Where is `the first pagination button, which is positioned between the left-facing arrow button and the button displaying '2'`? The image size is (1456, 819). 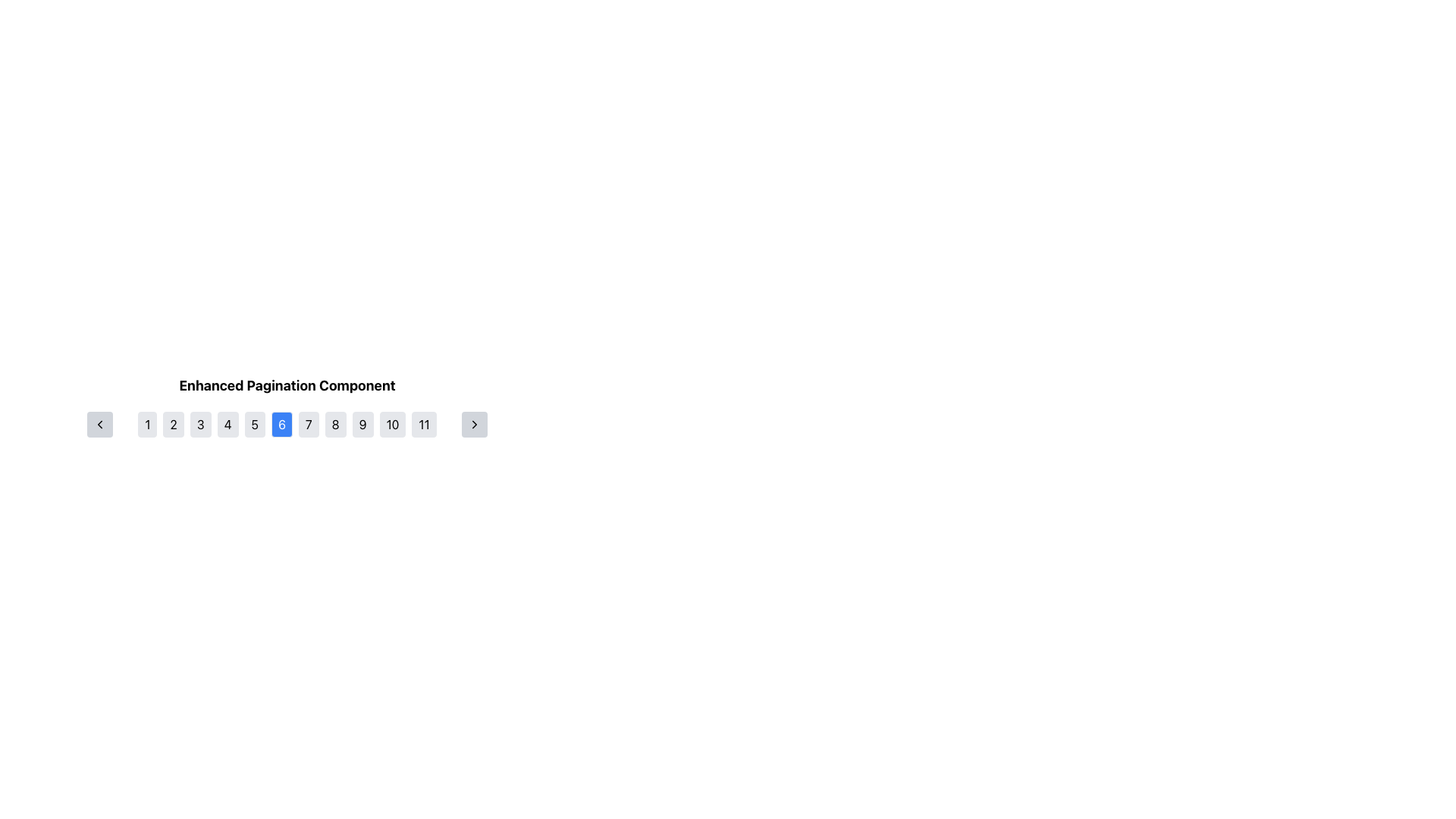
the first pagination button, which is positioned between the left-facing arrow button and the button displaying '2' is located at coordinates (147, 424).